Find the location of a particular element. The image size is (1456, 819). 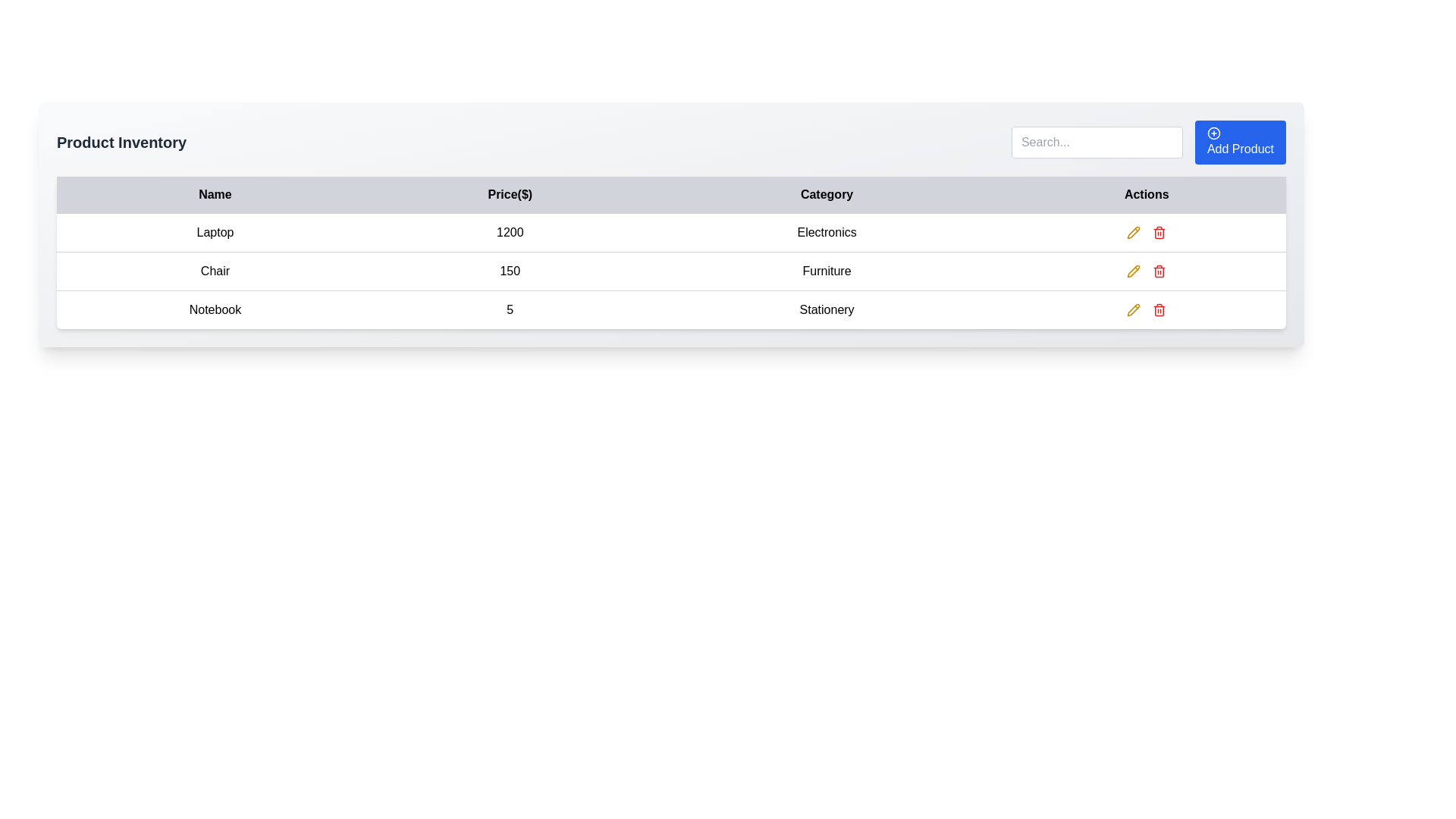

the 'Name' column header cell in the table, which is the first column header on the leftmost side of the header row is located at coordinates (214, 194).